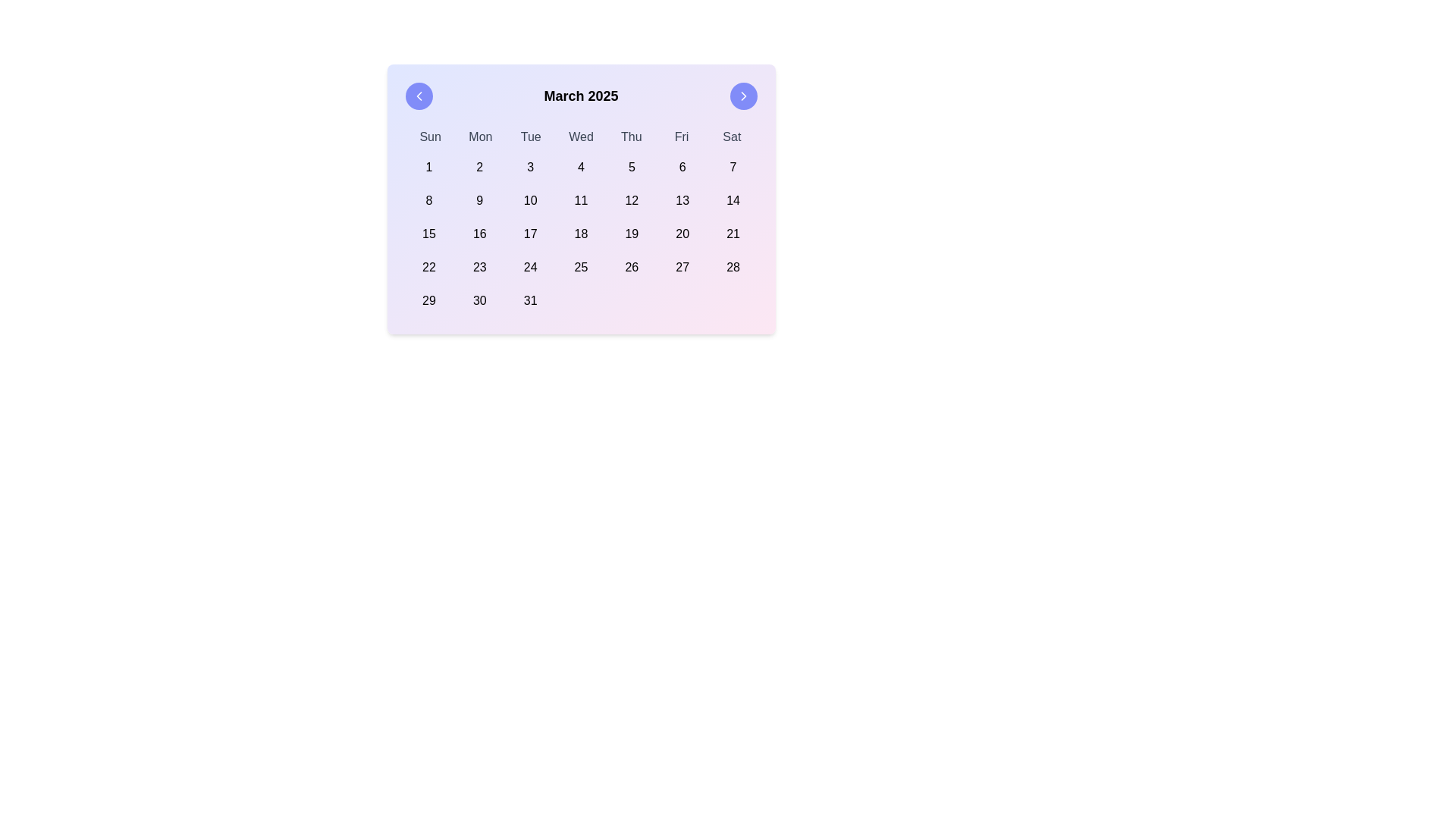  What do you see at coordinates (428, 167) in the screenshot?
I see `the rounded rectangular button displaying the number '1' in bold black text` at bounding box center [428, 167].